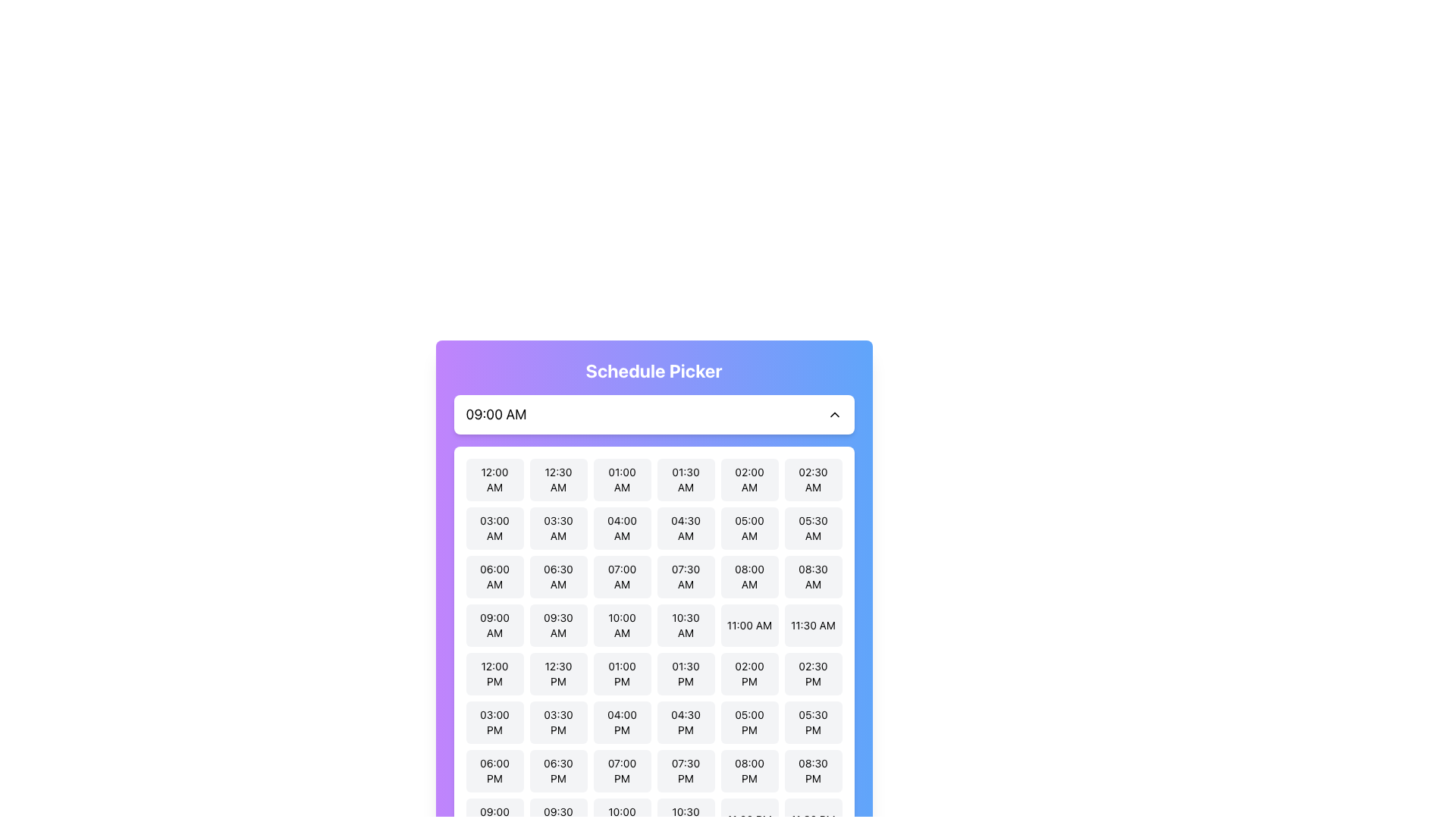  I want to click on the button displaying the time '02:00 AM', so click(749, 479).